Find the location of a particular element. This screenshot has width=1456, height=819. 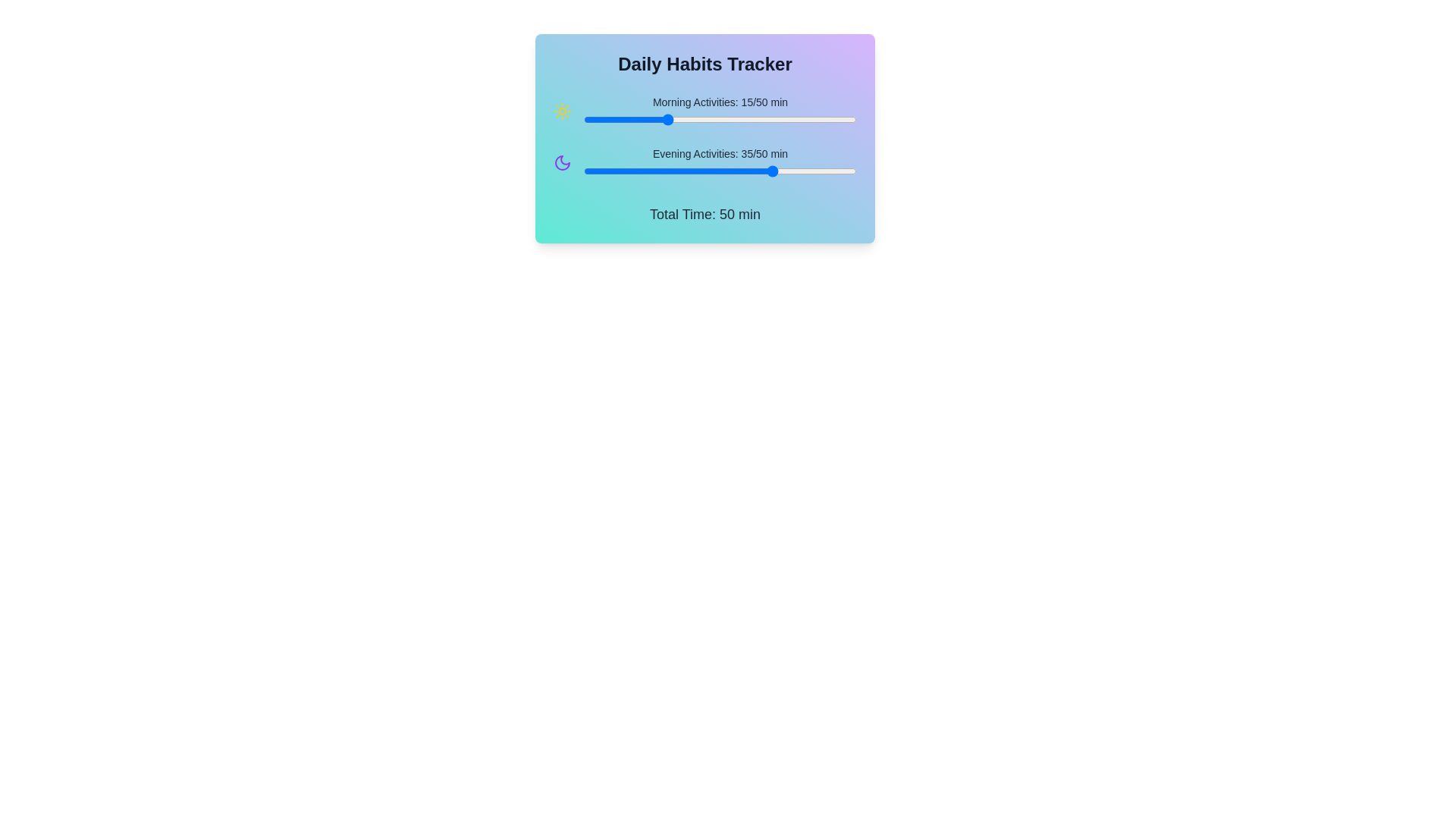

evening activity time is located at coordinates (817, 171).